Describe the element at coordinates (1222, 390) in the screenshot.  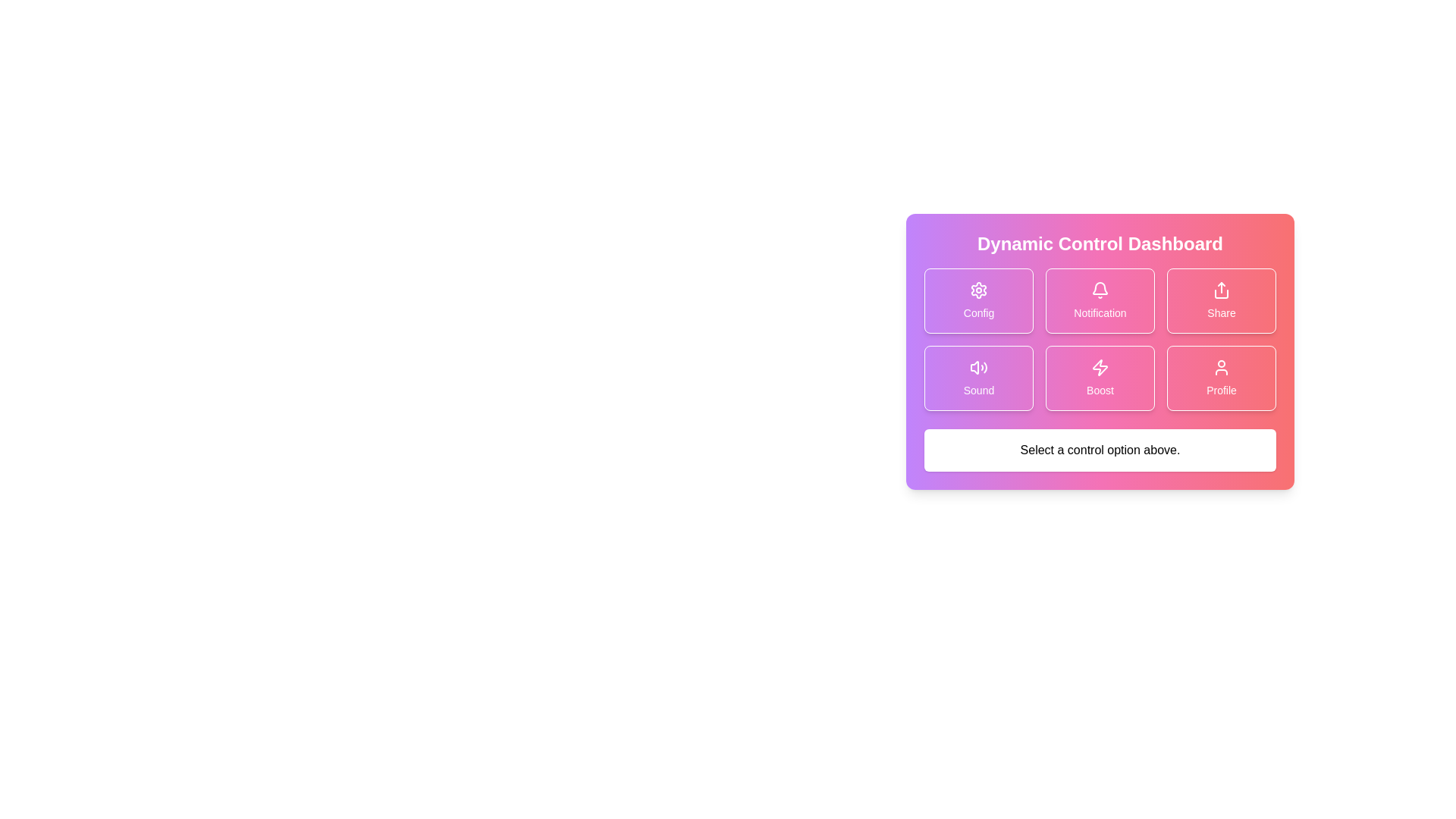
I see `the 'Profile' text label displayed in white on a pink background located at the bottom-right corner of the lower grid in the Dynamic Control Dashboard interface` at that location.